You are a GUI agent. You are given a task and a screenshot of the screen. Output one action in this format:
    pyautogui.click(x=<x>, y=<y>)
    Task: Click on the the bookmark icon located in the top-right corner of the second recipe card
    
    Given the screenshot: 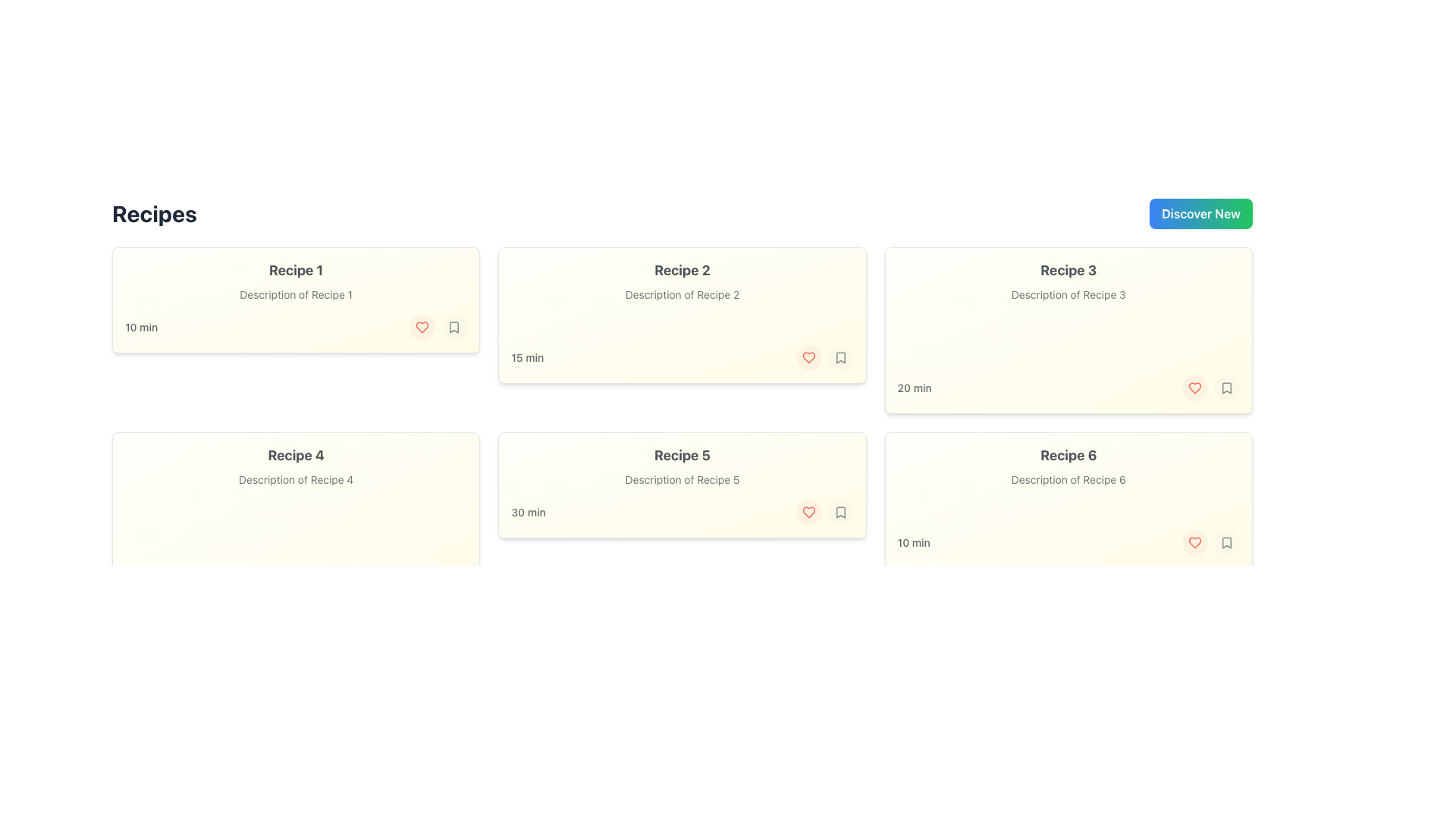 What is the action you would take?
    pyautogui.click(x=839, y=357)
    